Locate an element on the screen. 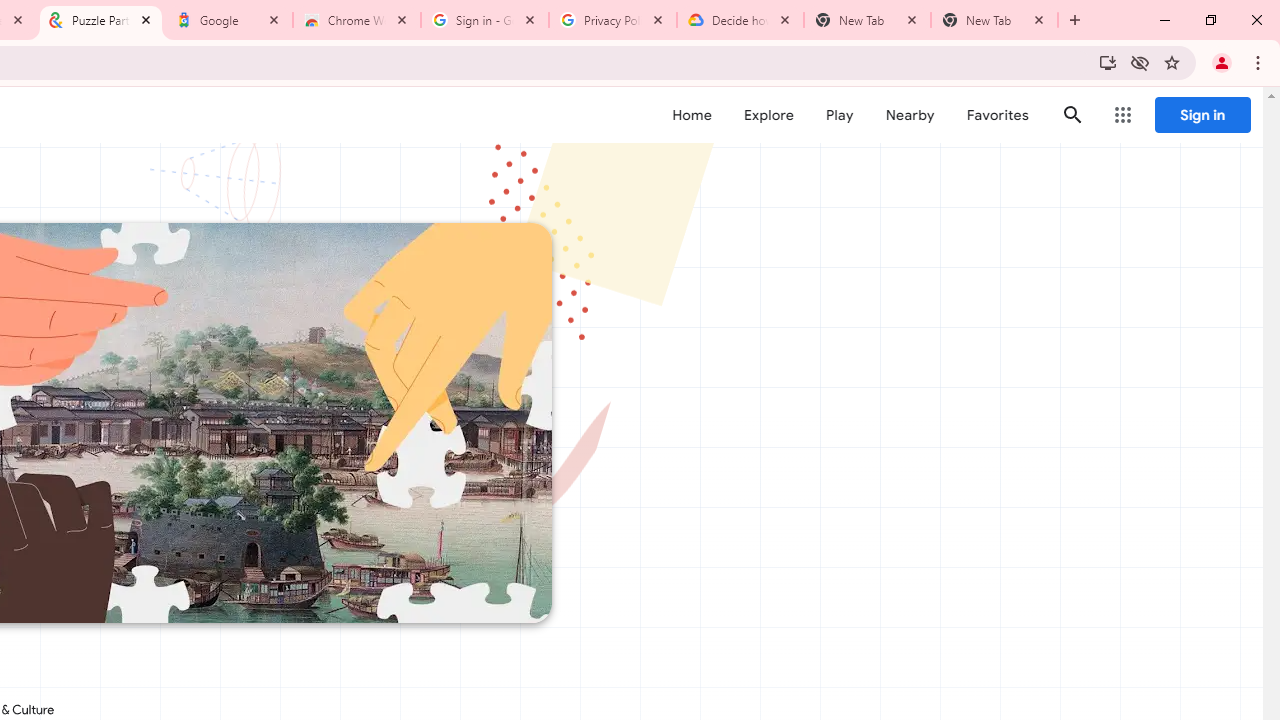 The image size is (1280, 720). 'Install Google Arts & Culture' is located at coordinates (1106, 61).